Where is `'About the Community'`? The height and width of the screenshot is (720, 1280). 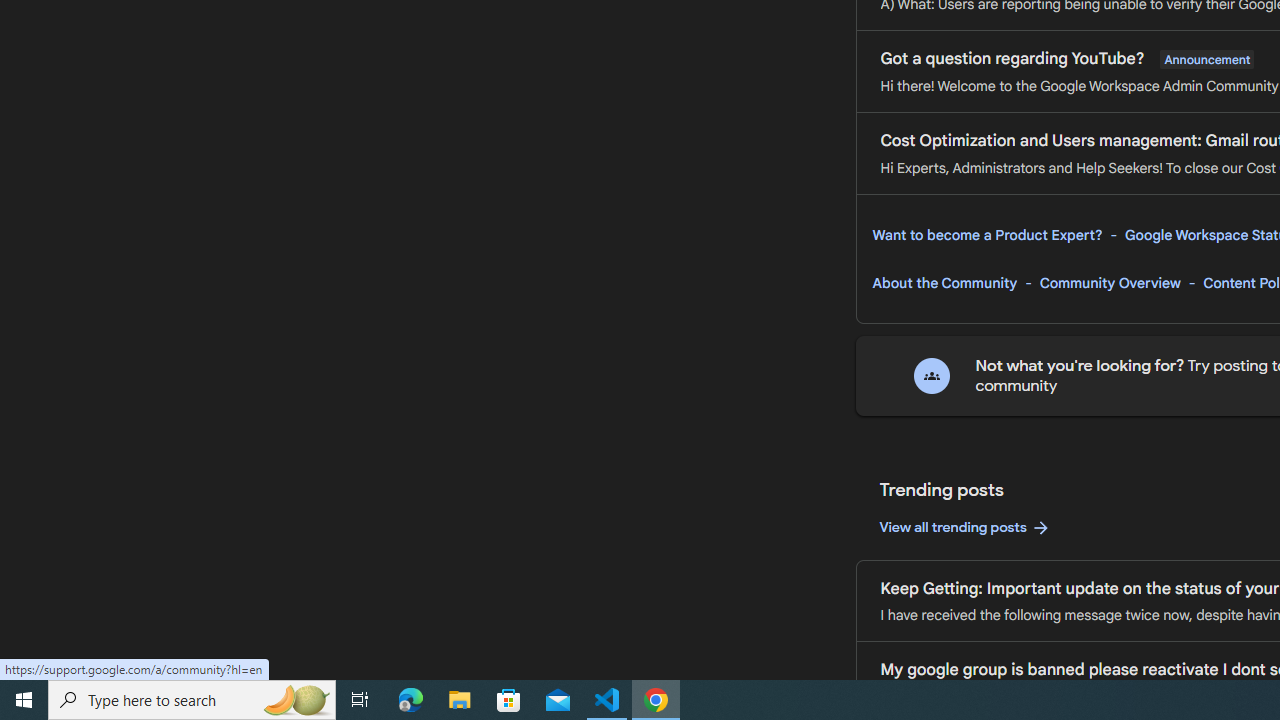 'About the Community' is located at coordinates (943, 283).